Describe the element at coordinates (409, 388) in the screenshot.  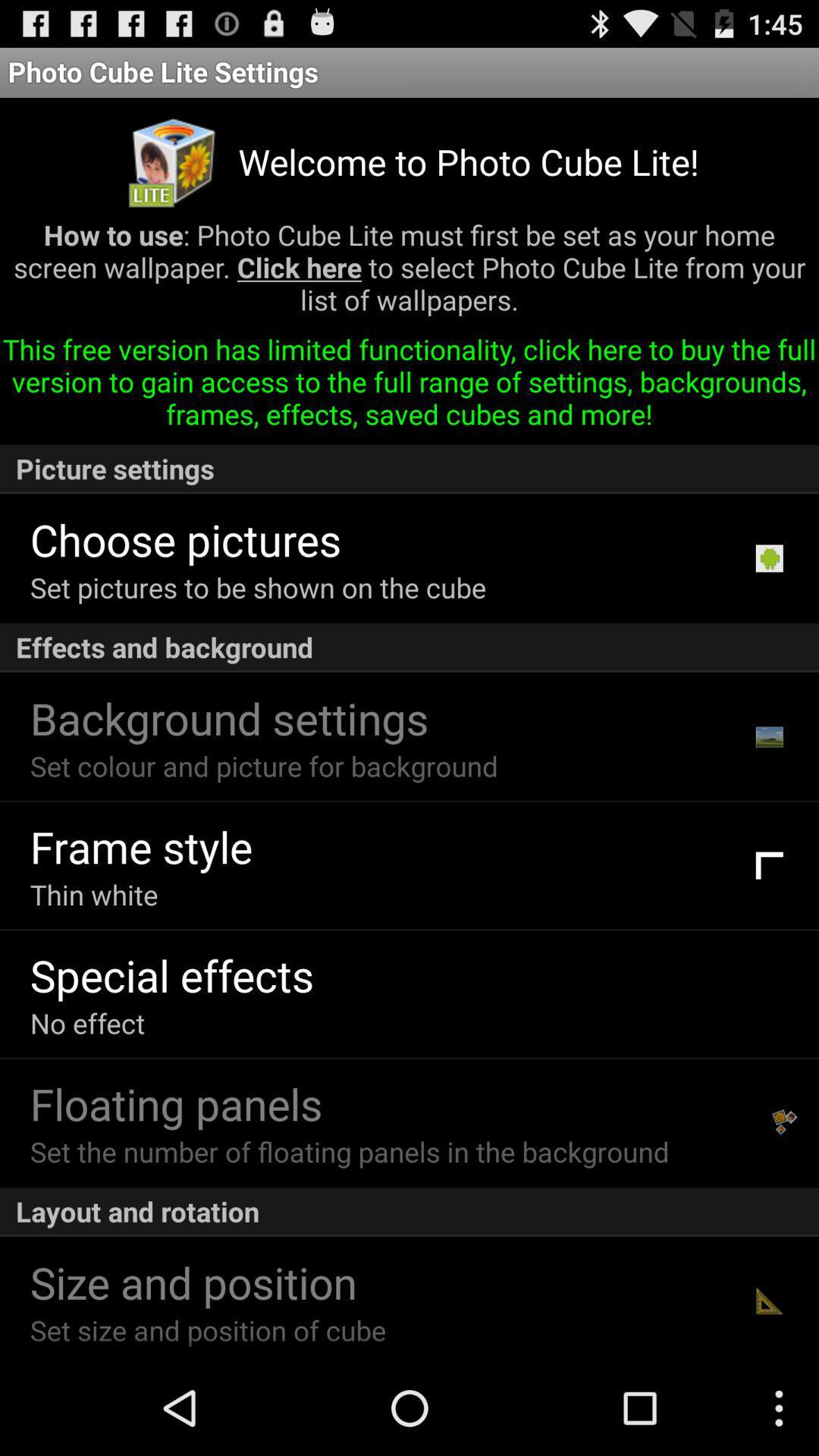
I see `the this free version icon` at that location.